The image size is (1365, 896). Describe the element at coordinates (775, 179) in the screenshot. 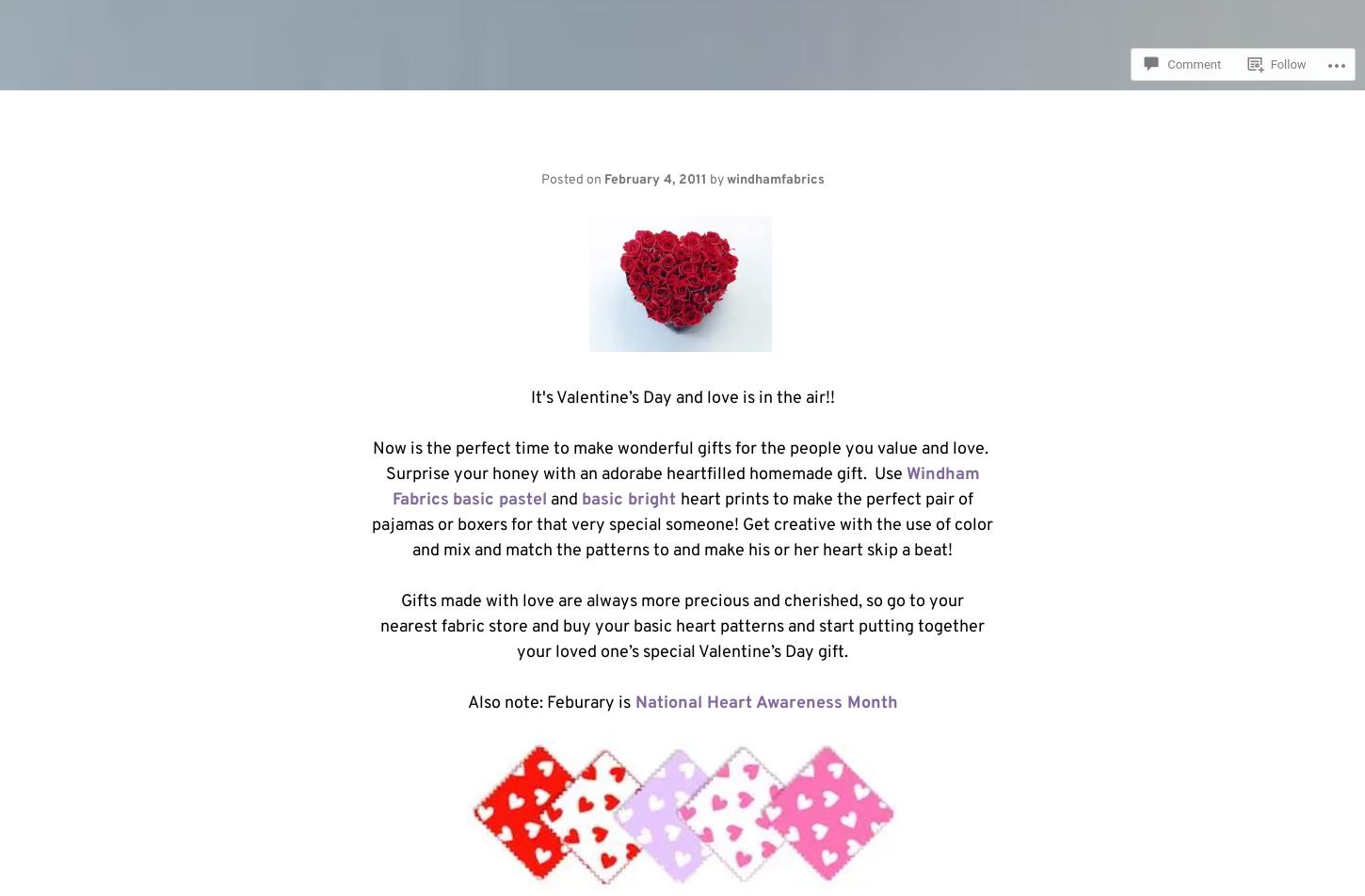

I see `'windhamfabrics'` at that location.